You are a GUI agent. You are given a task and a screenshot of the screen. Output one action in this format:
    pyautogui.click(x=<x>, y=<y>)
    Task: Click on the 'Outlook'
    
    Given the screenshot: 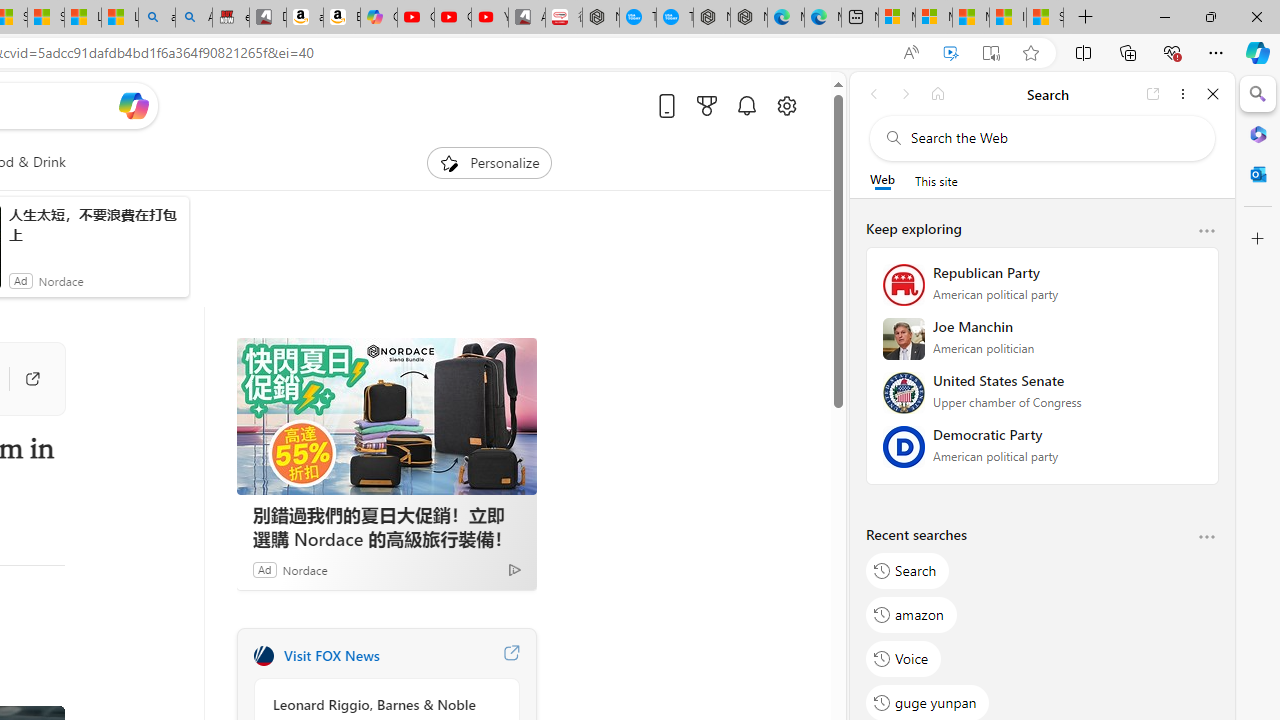 What is the action you would take?
    pyautogui.click(x=1257, y=173)
    